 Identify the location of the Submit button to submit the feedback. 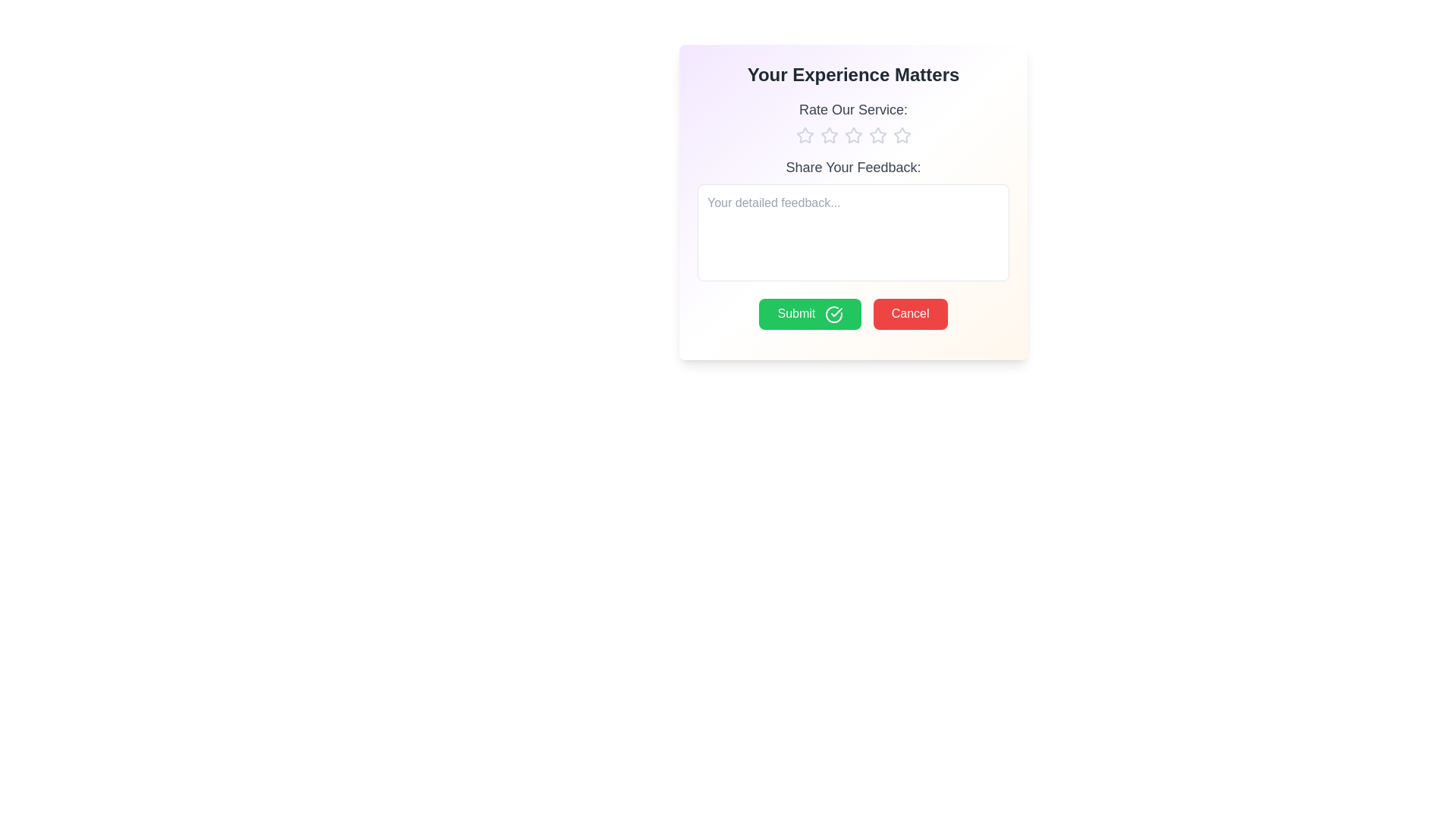
(809, 313).